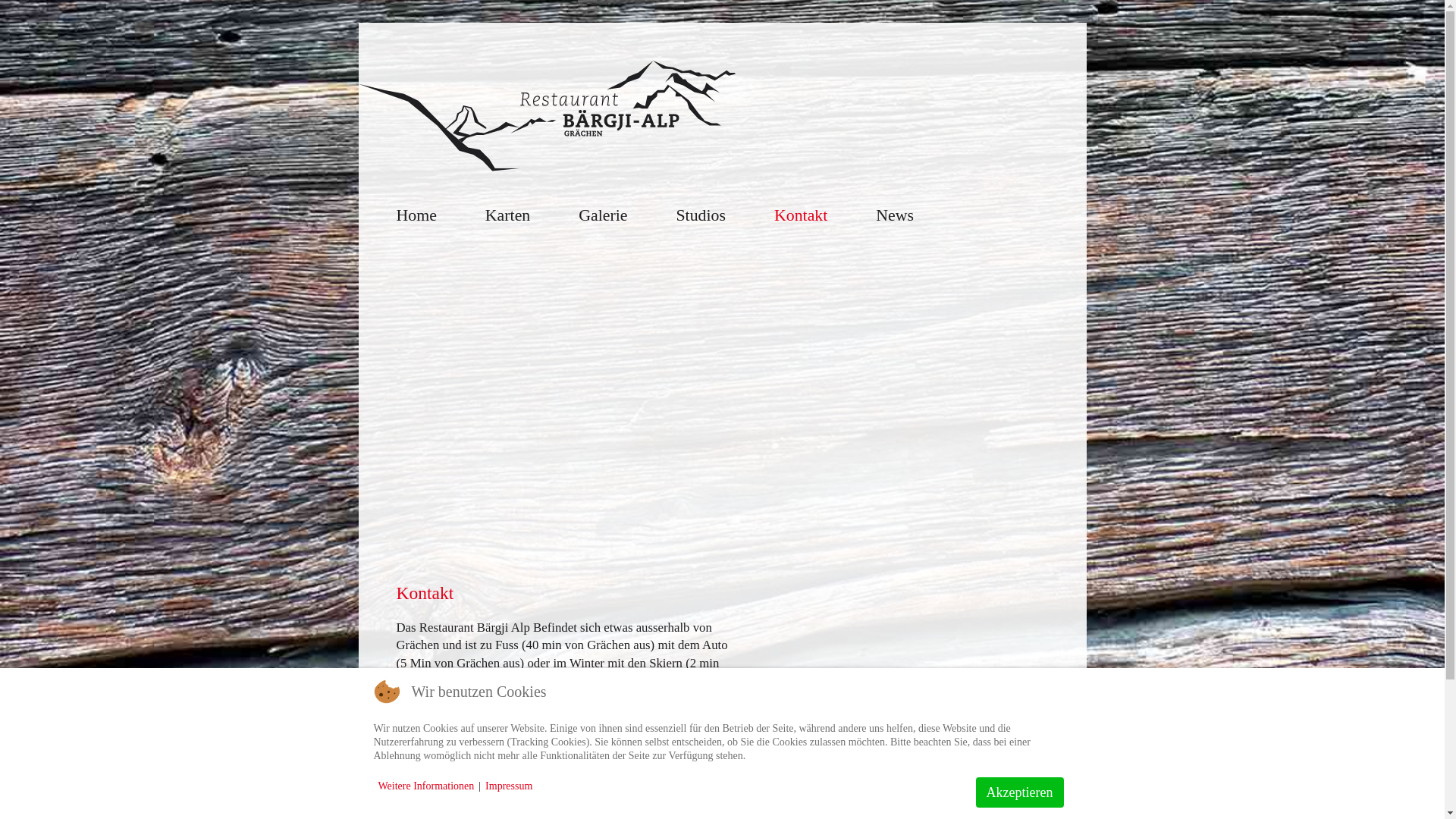 Image resolution: width=1456 pixels, height=819 pixels. Describe the element at coordinates (425, 786) in the screenshot. I see `'Weitere Informationen'` at that location.